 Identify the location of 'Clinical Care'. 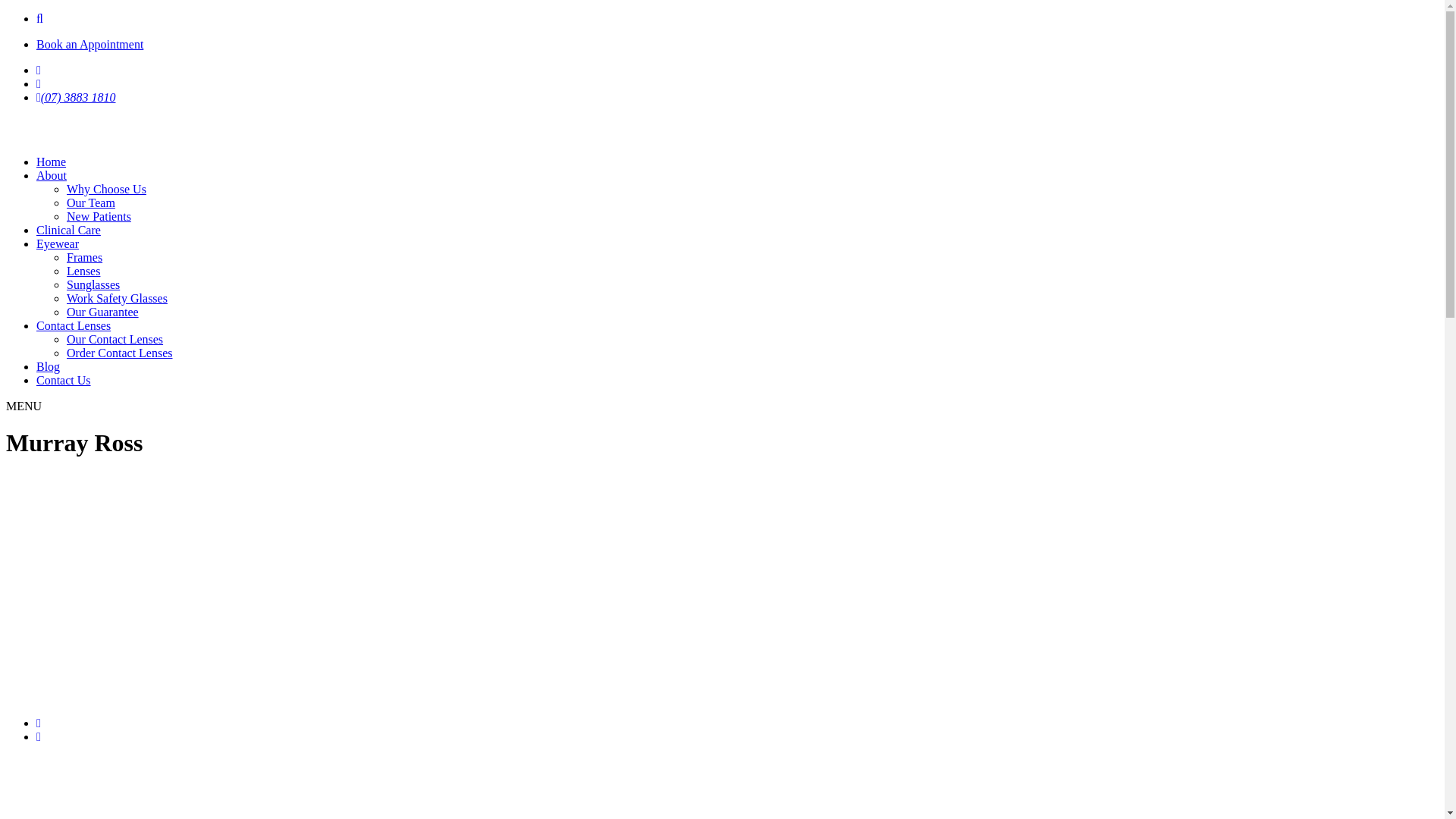
(67, 230).